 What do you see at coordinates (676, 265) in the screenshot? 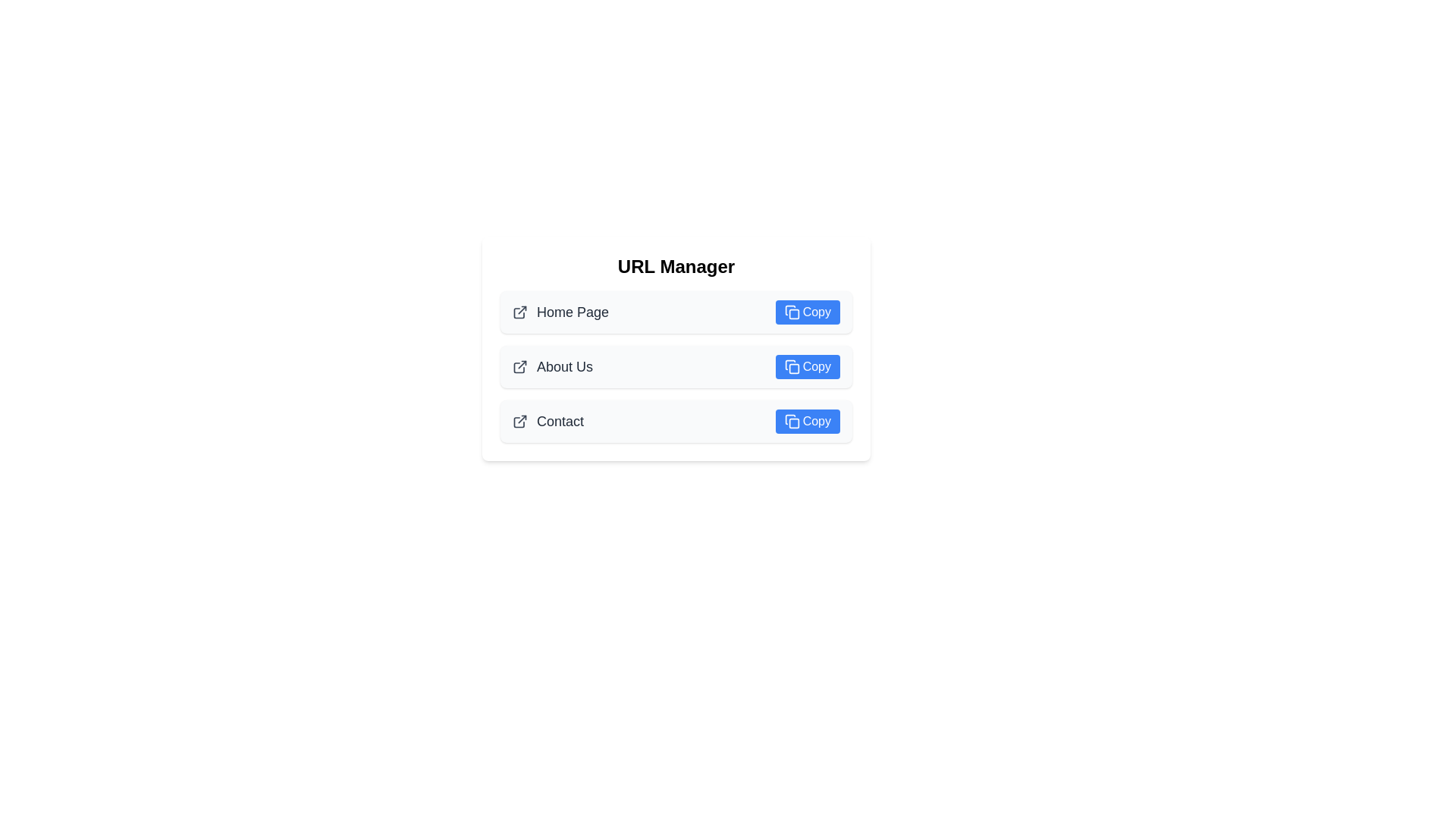
I see `the heading displaying 'URL Manager', which is a bold and large static text element prominently positioned at the top of the section` at bounding box center [676, 265].